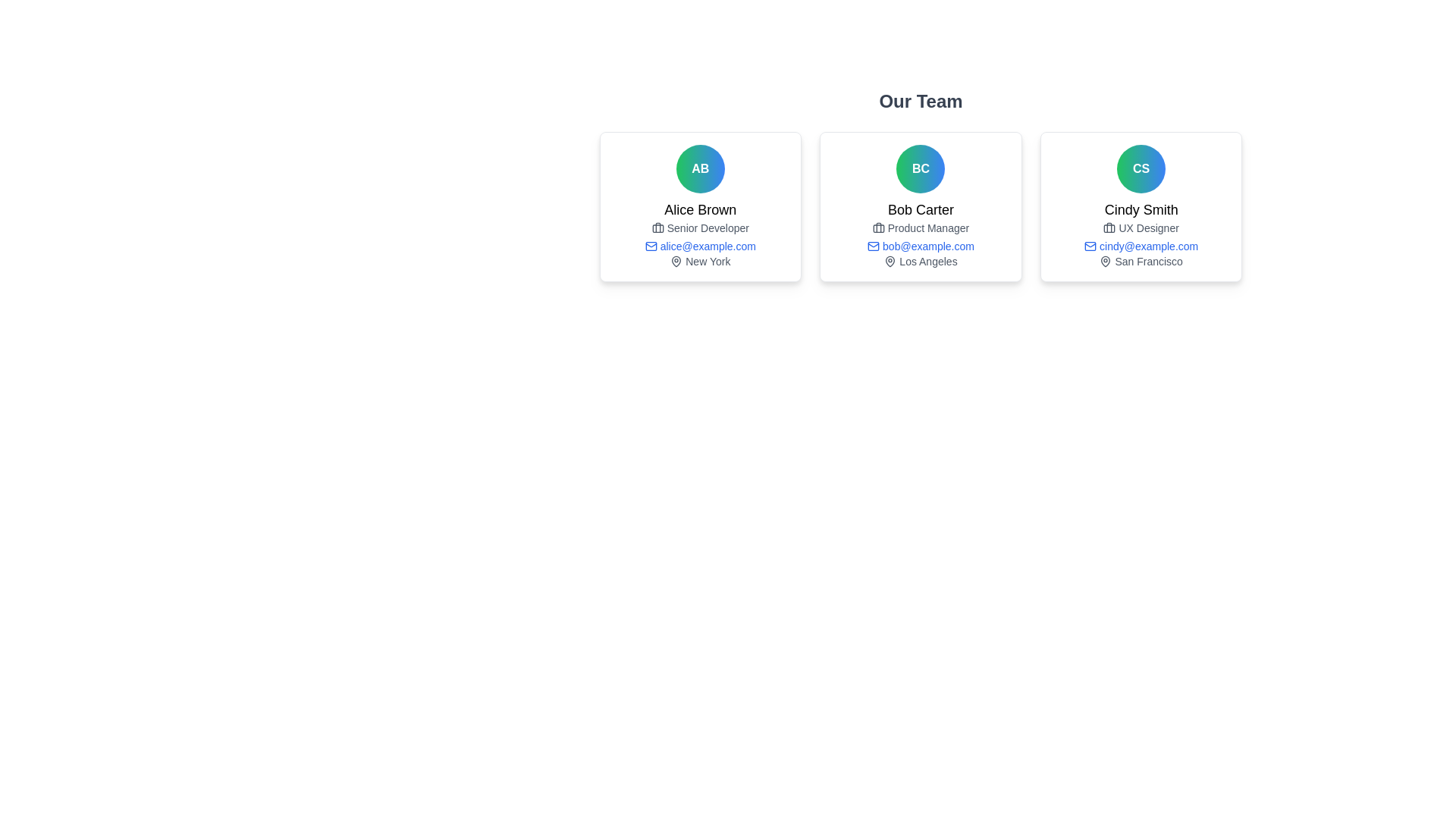  Describe the element at coordinates (920, 169) in the screenshot. I see `the Avatar icon representing Bob Carter, which is positioned at the top center of the card displaying his information` at that location.